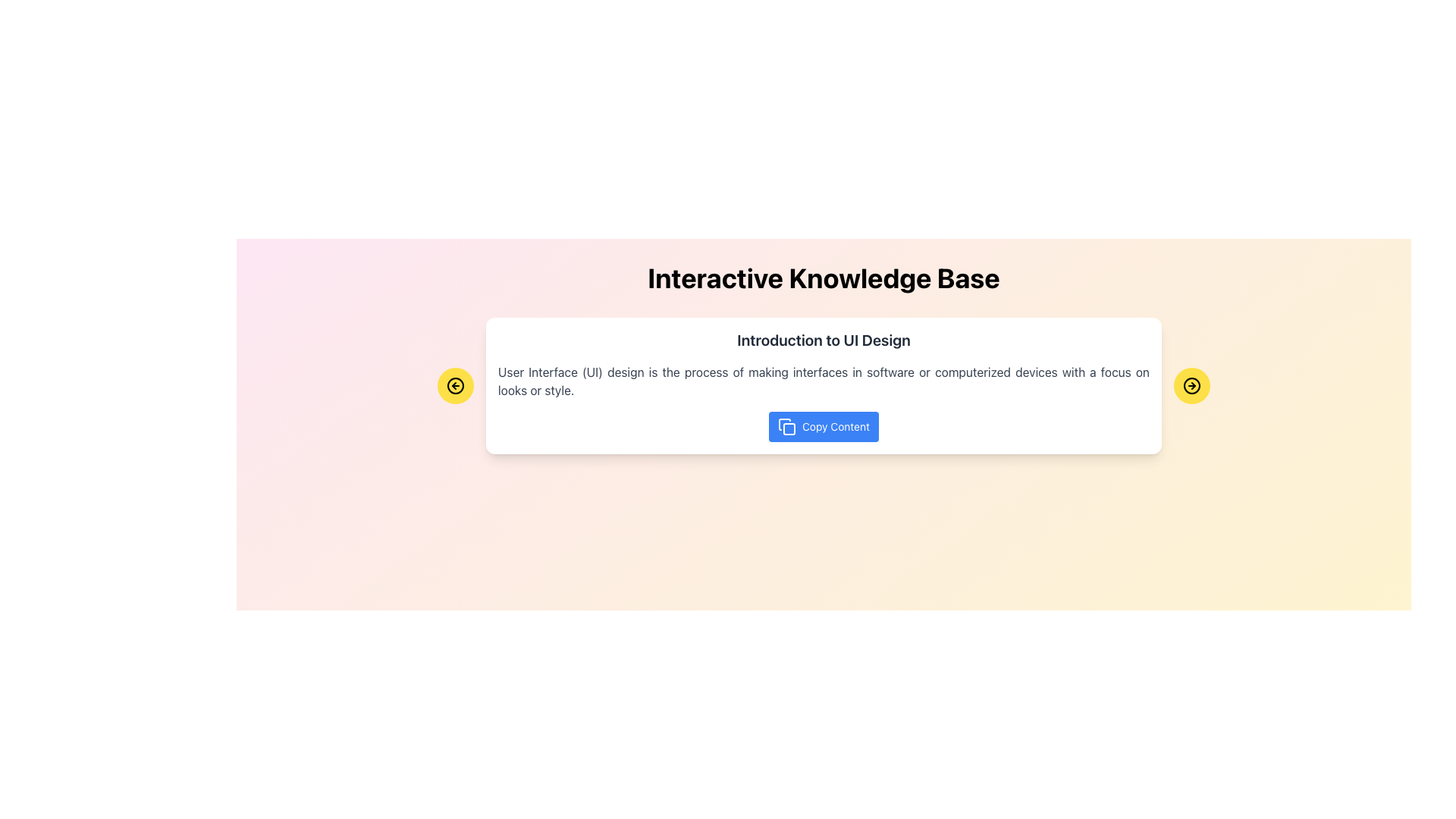 The height and width of the screenshot is (819, 1456). What do you see at coordinates (1191, 385) in the screenshot?
I see `the circular button with a vibrant yellow background and black outline, located at the bottom-right corner of the content card` at bounding box center [1191, 385].